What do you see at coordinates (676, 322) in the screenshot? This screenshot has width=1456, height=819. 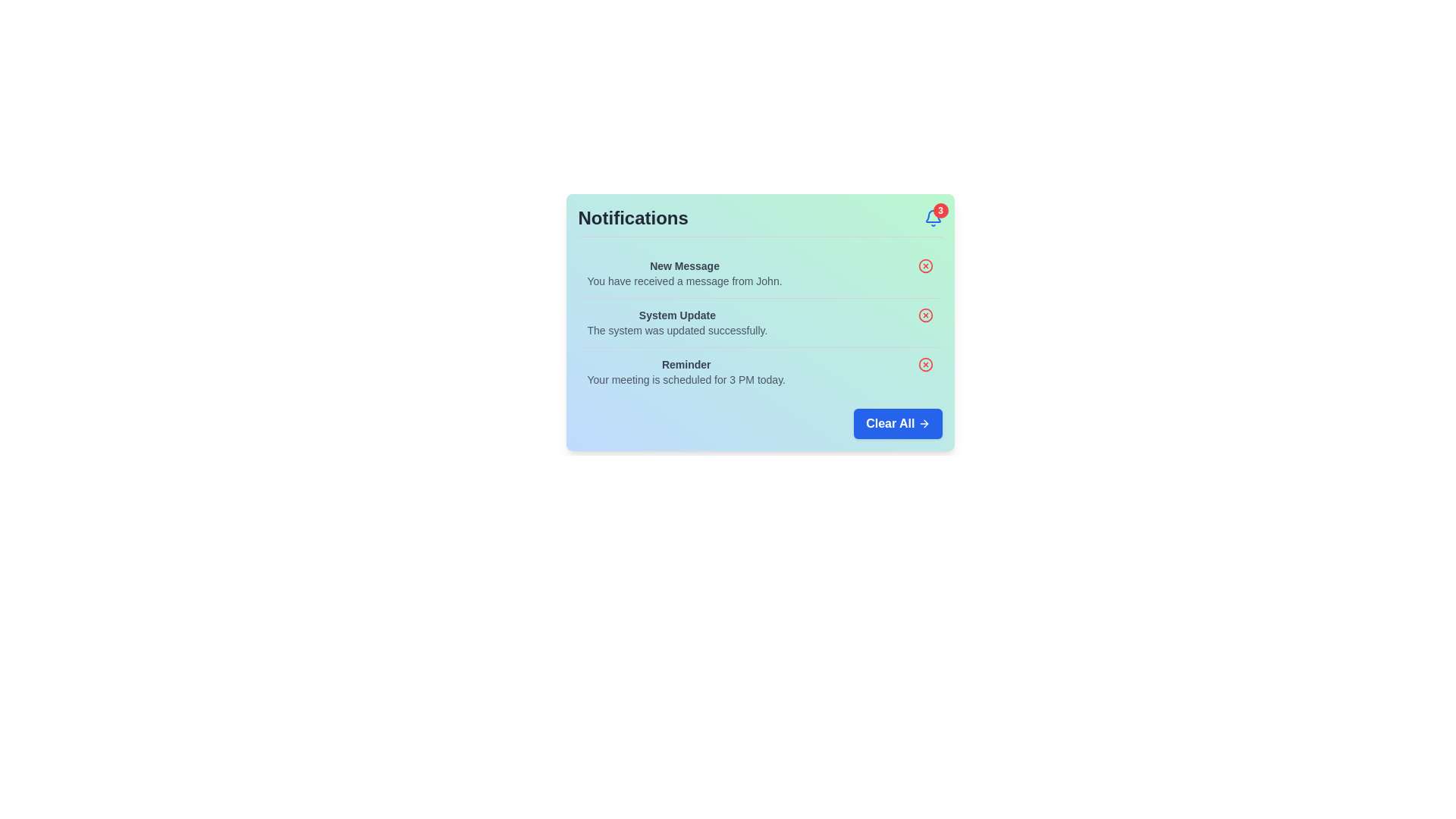 I see `text from the text block displaying 'System Update' and 'The system was updated successfully.' located in the notification panel` at bounding box center [676, 322].